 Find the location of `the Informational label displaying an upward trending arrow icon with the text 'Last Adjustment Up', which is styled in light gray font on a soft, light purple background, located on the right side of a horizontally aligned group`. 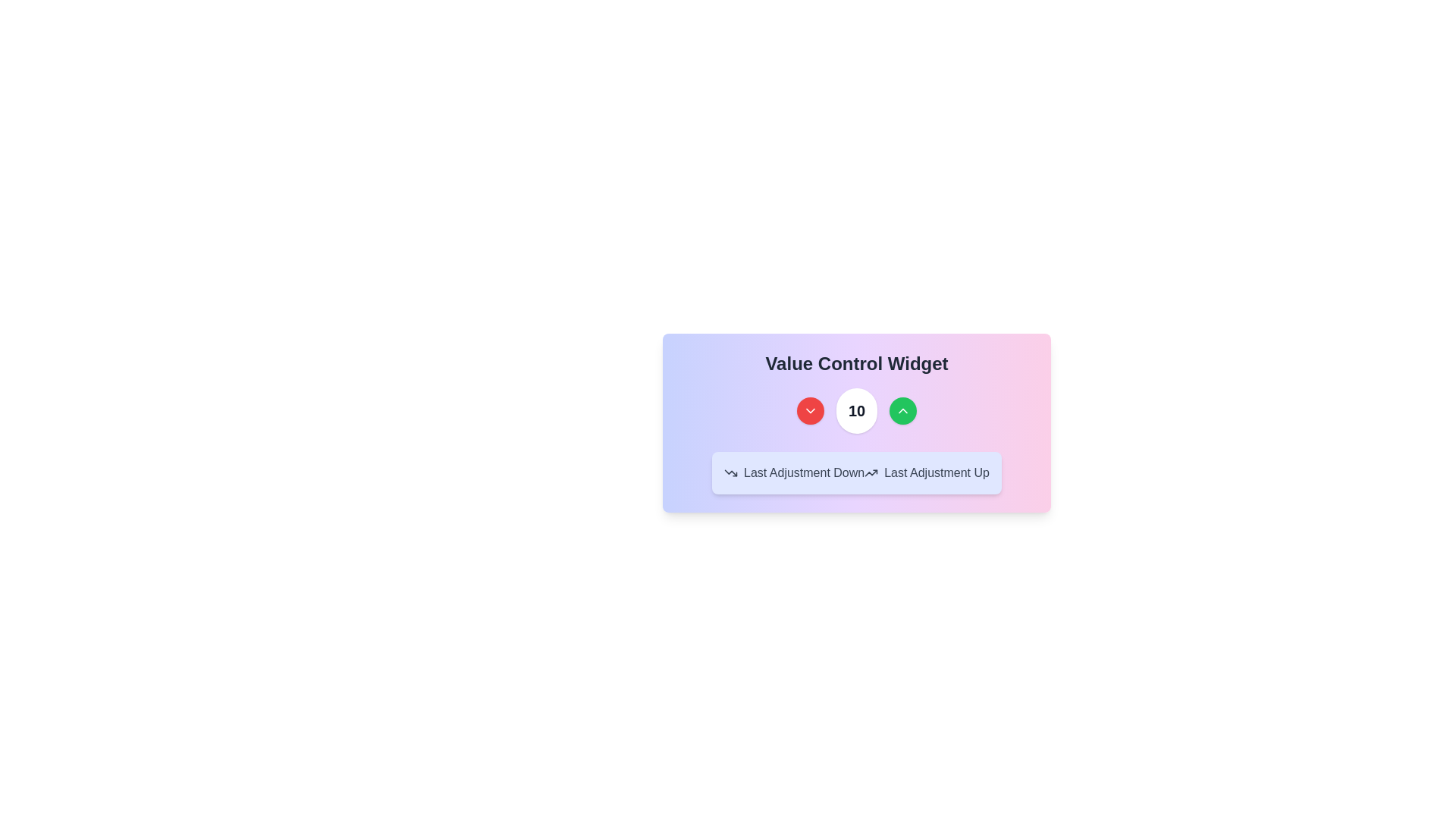

the Informational label displaying an upward trending arrow icon with the text 'Last Adjustment Up', which is styled in light gray font on a soft, light purple background, located on the right side of a horizontally aligned group is located at coordinates (926, 472).